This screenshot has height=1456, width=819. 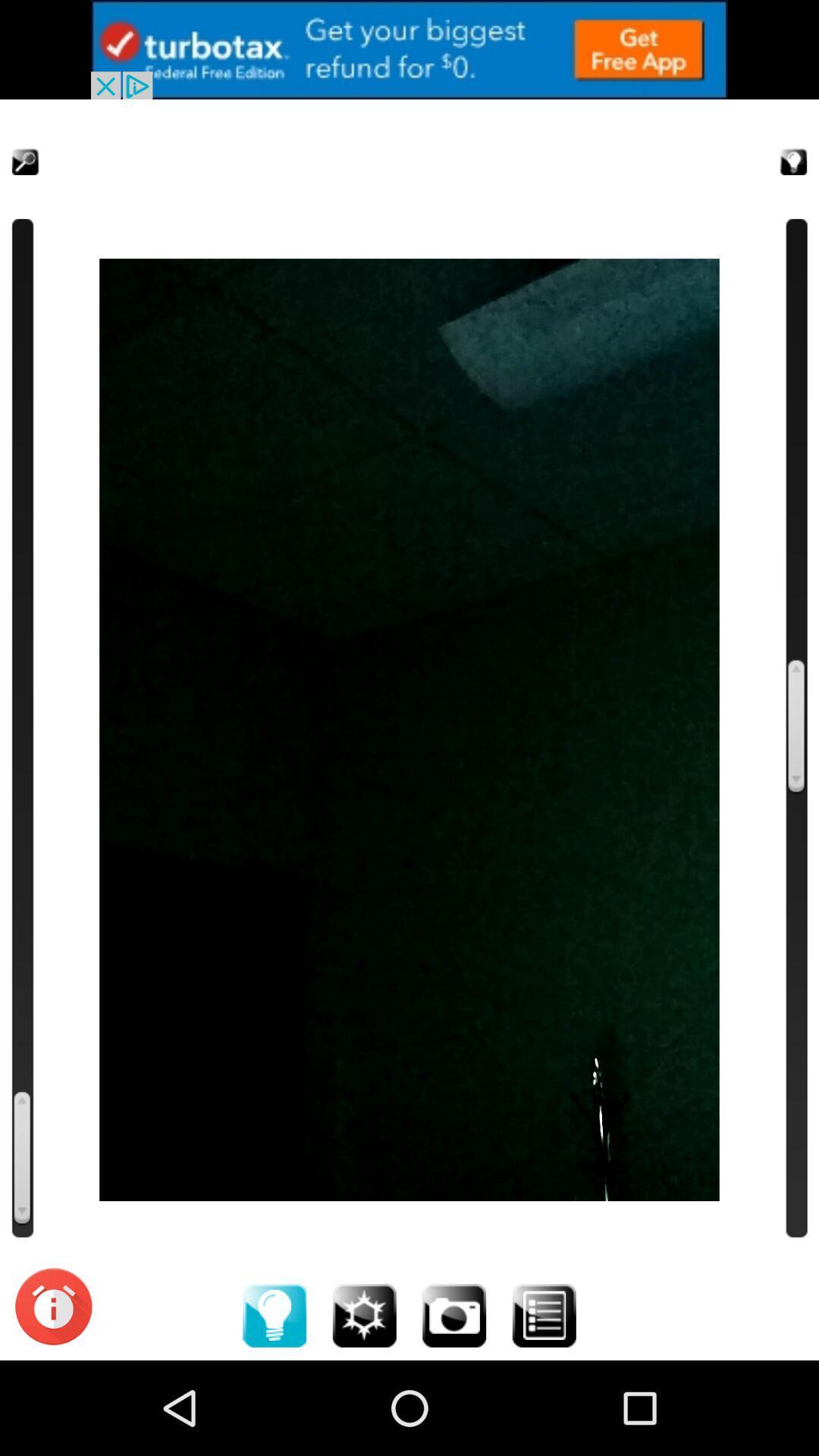 I want to click on the list icon, so click(x=543, y=1407).